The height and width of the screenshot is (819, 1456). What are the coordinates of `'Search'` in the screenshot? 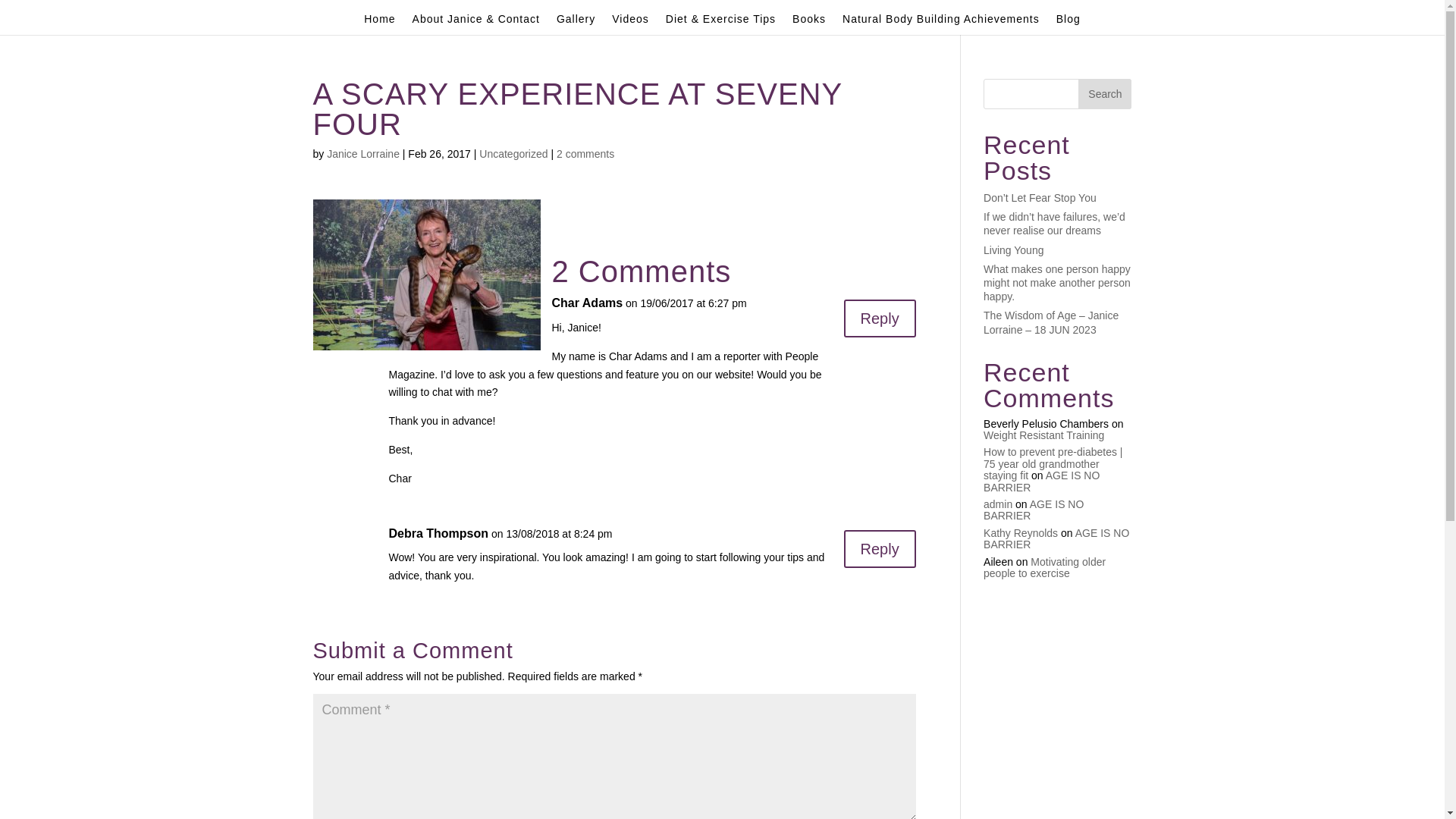 It's located at (1105, 93).